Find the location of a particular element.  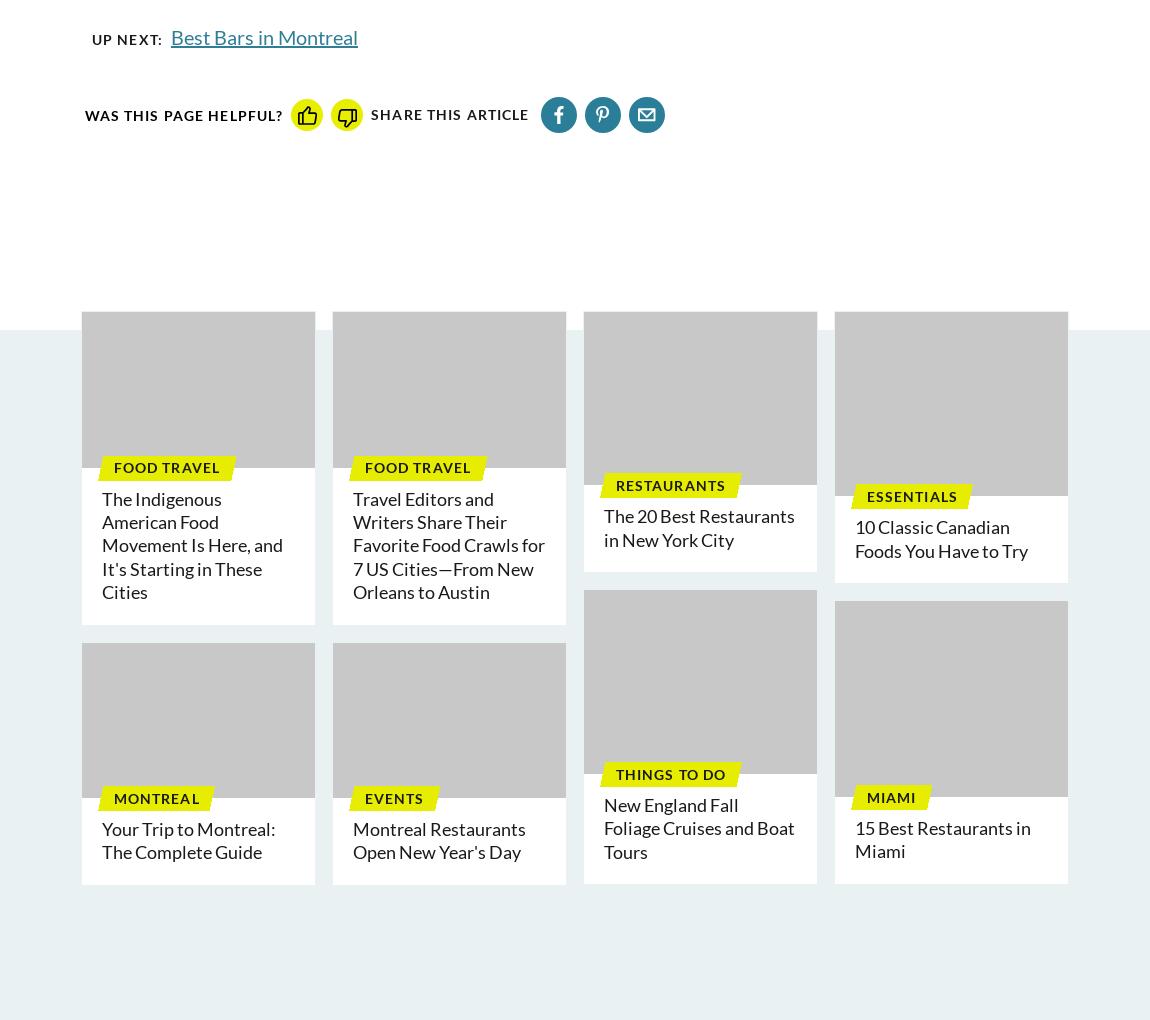

'Best Bars in Montreal' is located at coordinates (262, 36).